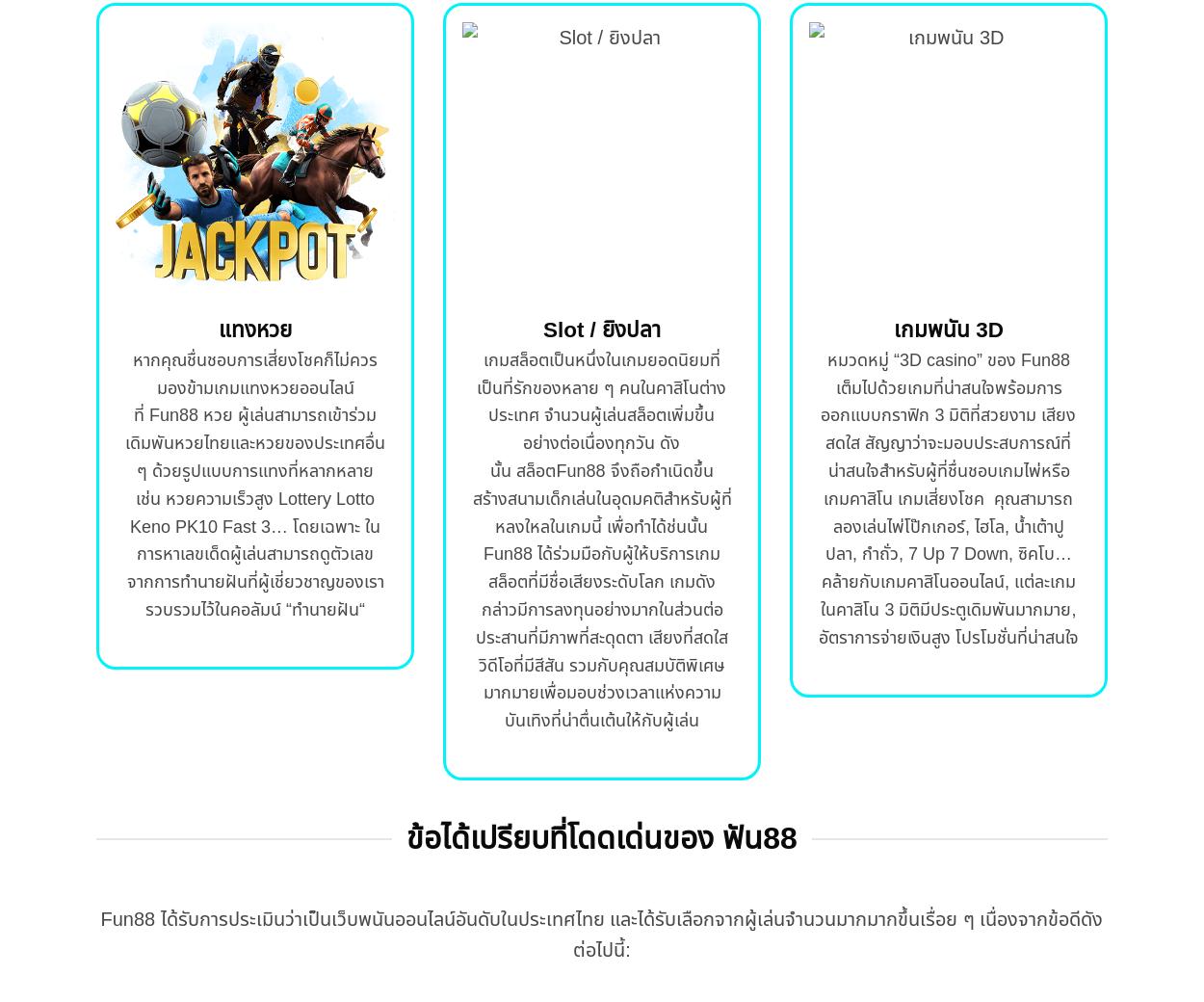 The width and height of the screenshot is (1204, 1002). I want to click on 'Fun88 ได้รับการประเมินว่าเป็นเว็บพนันออนไลน์อันดับในประเทศไทย และได้รับเลือกจากผู้เล่นจำนวนมากมากขึ้นเรื่อย ๆ เนื่องจากข้อดีดังต่อไปนี้:', so click(99, 933).